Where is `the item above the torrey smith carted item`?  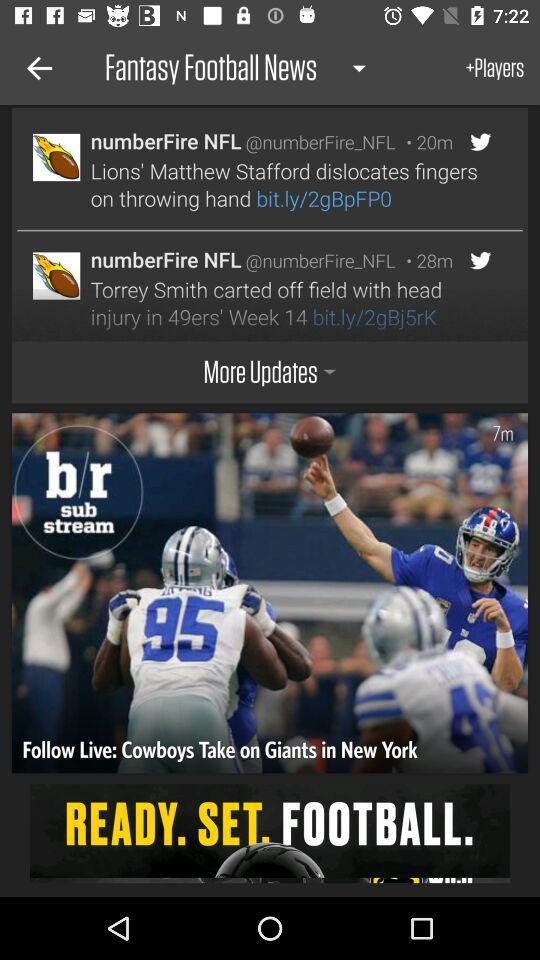
the item above the torrey smith carted item is located at coordinates (423, 259).